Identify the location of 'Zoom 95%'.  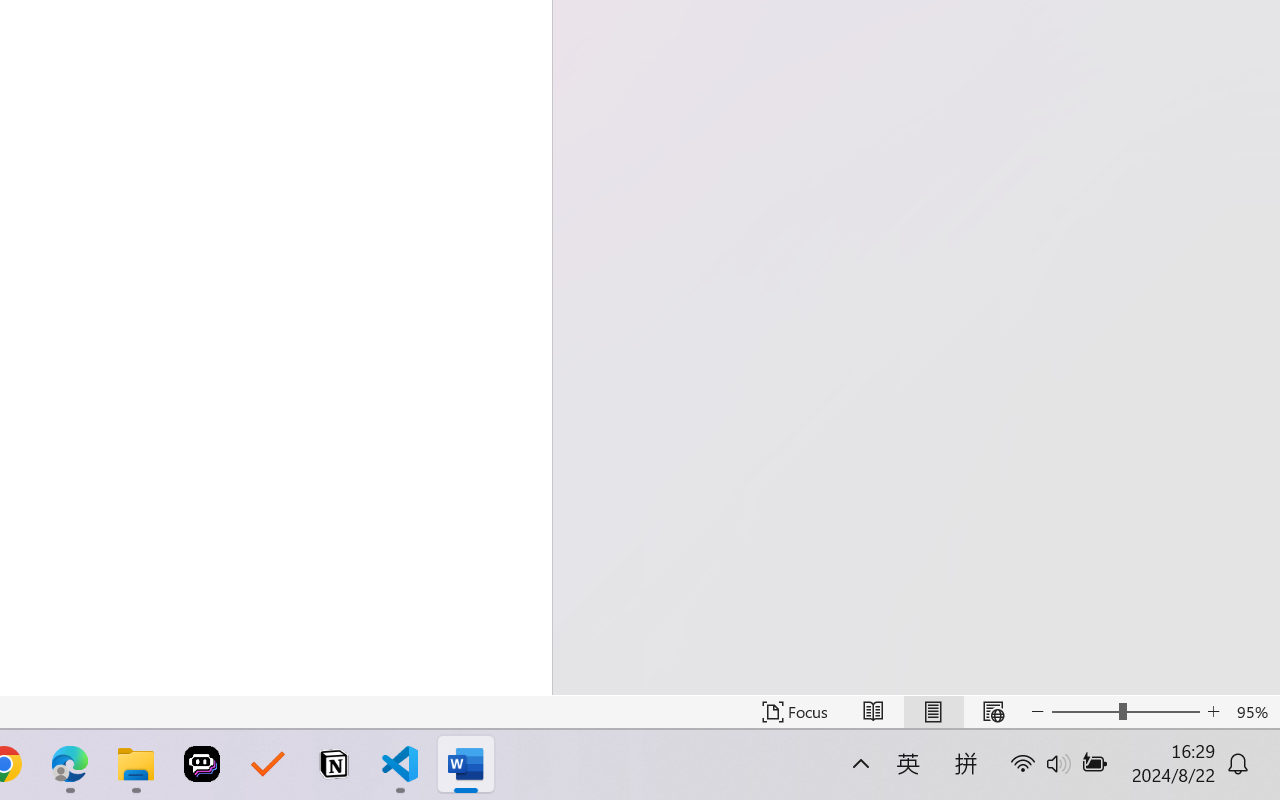
(1252, 711).